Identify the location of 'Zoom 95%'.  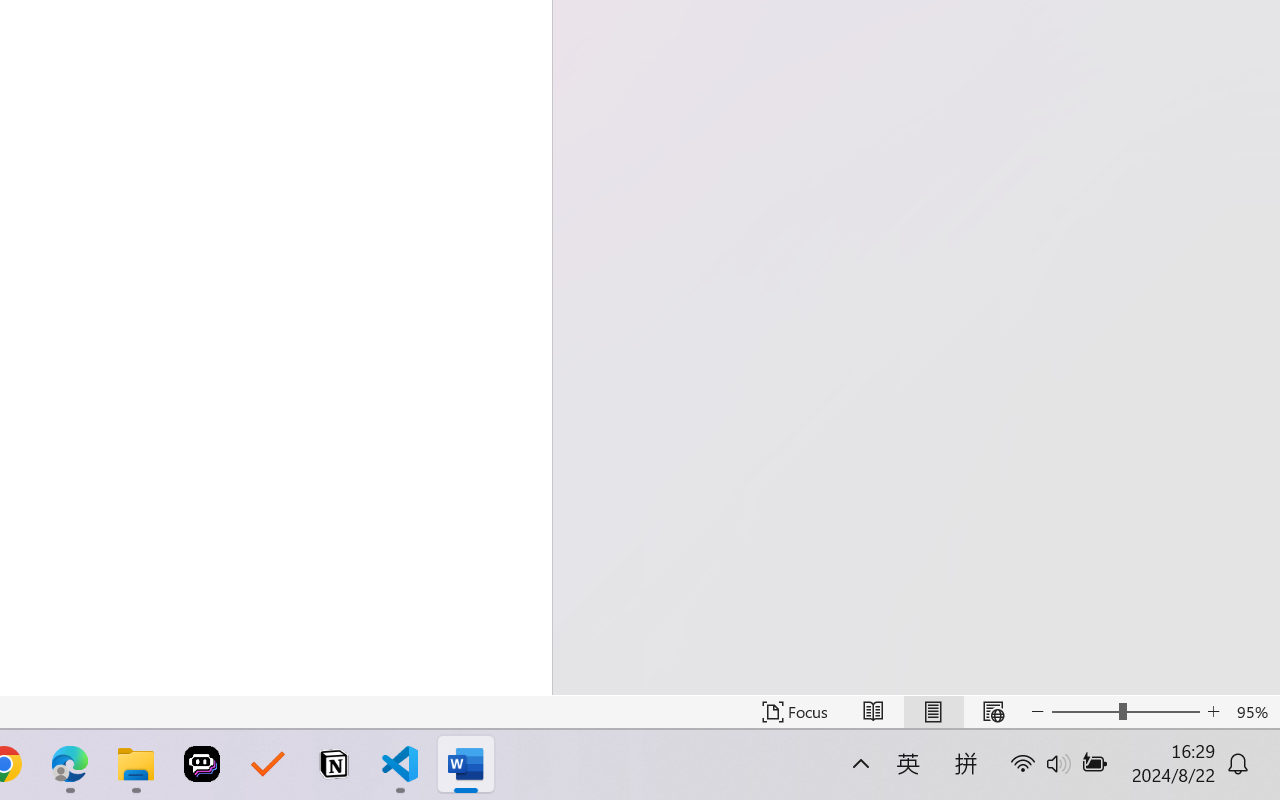
(1252, 711).